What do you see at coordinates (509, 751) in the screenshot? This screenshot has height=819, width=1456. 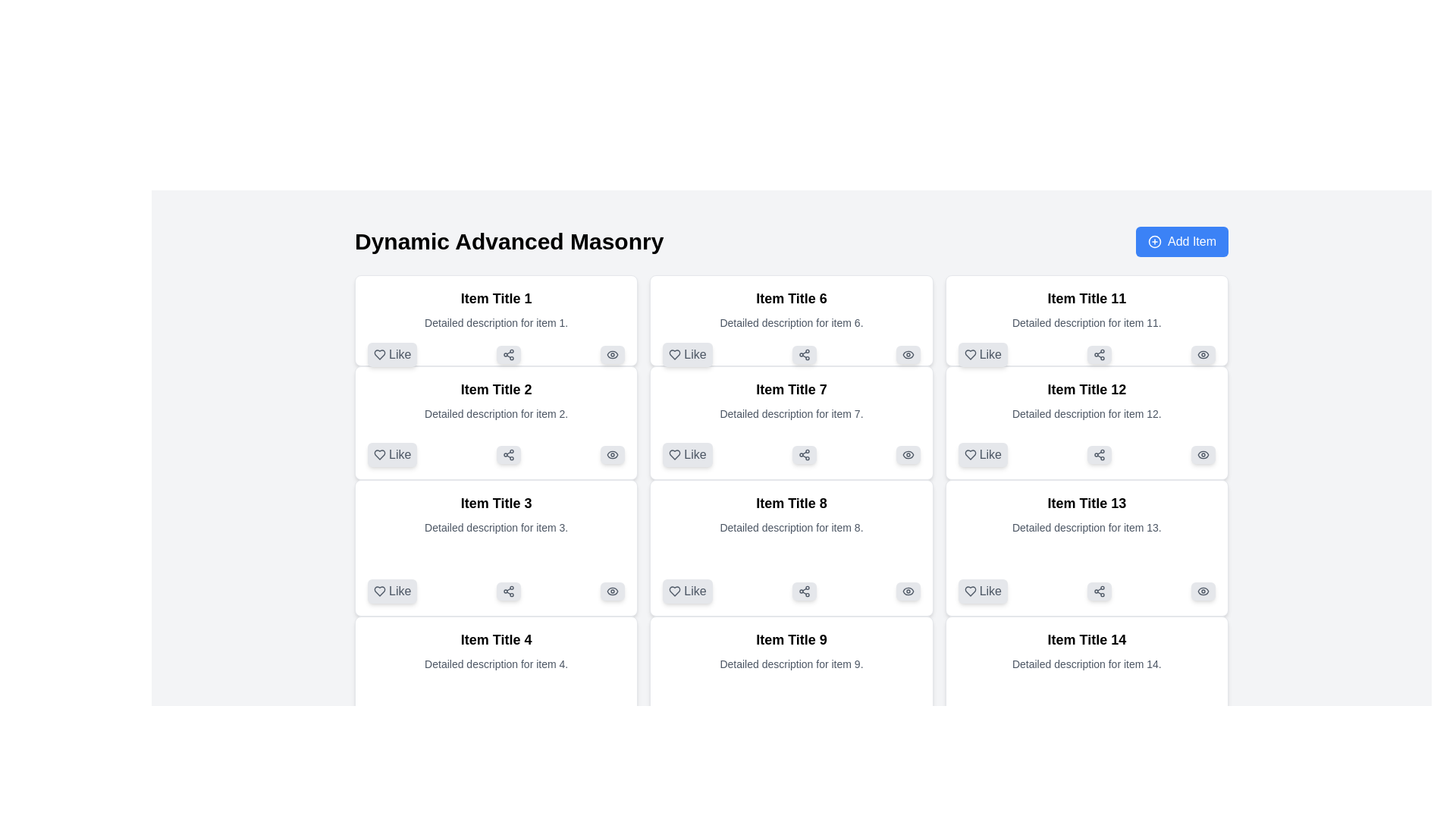 I see `the 'Share' button located as the second button to the right of the 'Like' button in the row of buttons under the item card to share the associated item` at bounding box center [509, 751].